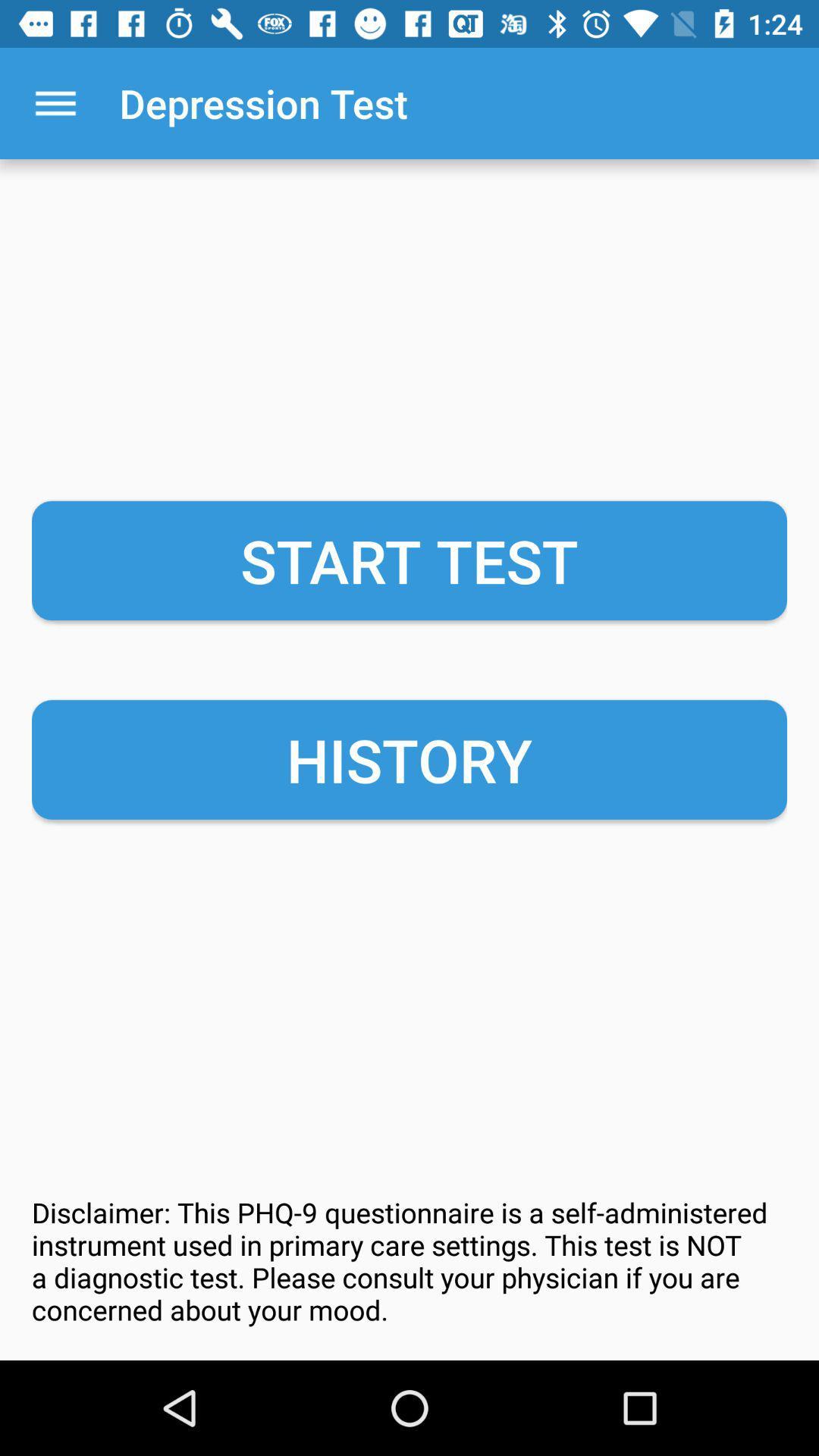  Describe the element at coordinates (409, 560) in the screenshot. I see `the start test` at that location.